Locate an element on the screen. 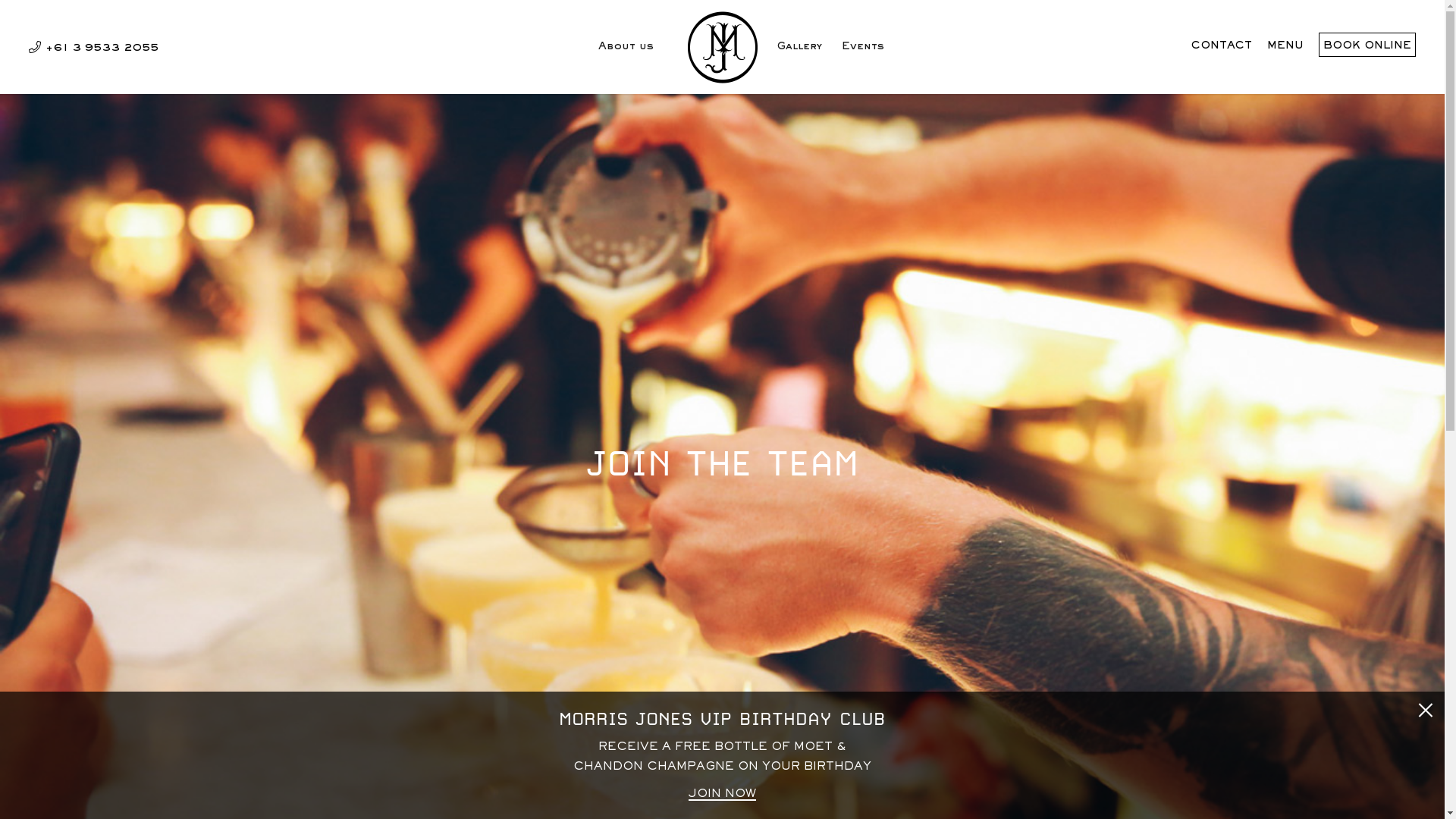  'Events' is located at coordinates (862, 52).